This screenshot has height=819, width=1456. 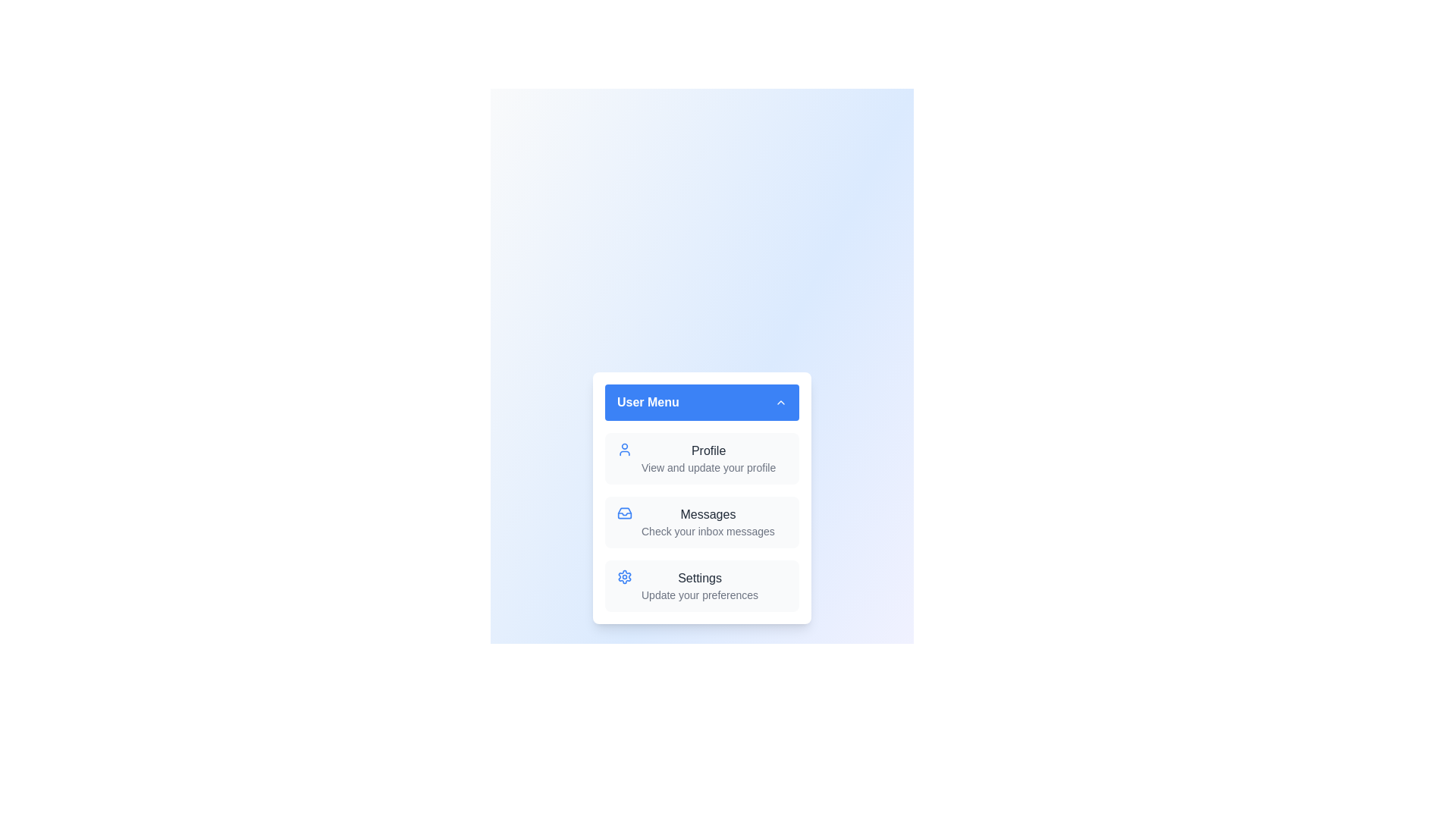 What do you see at coordinates (701, 458) in the screenshot?
I see `the menu item Profile to highlight it` at bounding box center [701, 458].